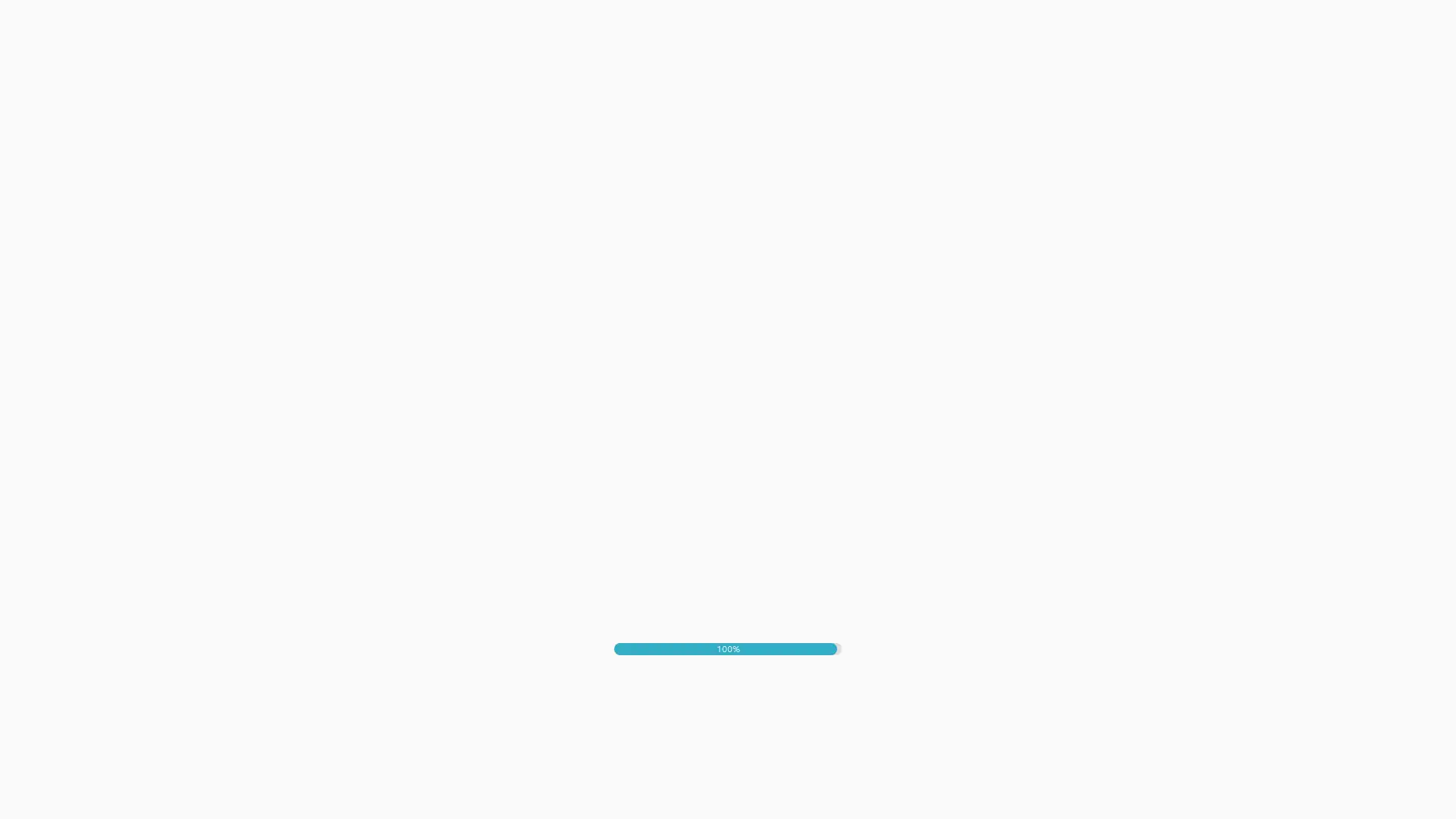 Image resolution: width=1456 pixels, height=819 pixels. Describe the element at coordinates (1414, 26) in the screenshot. I see `Mute` at that location.